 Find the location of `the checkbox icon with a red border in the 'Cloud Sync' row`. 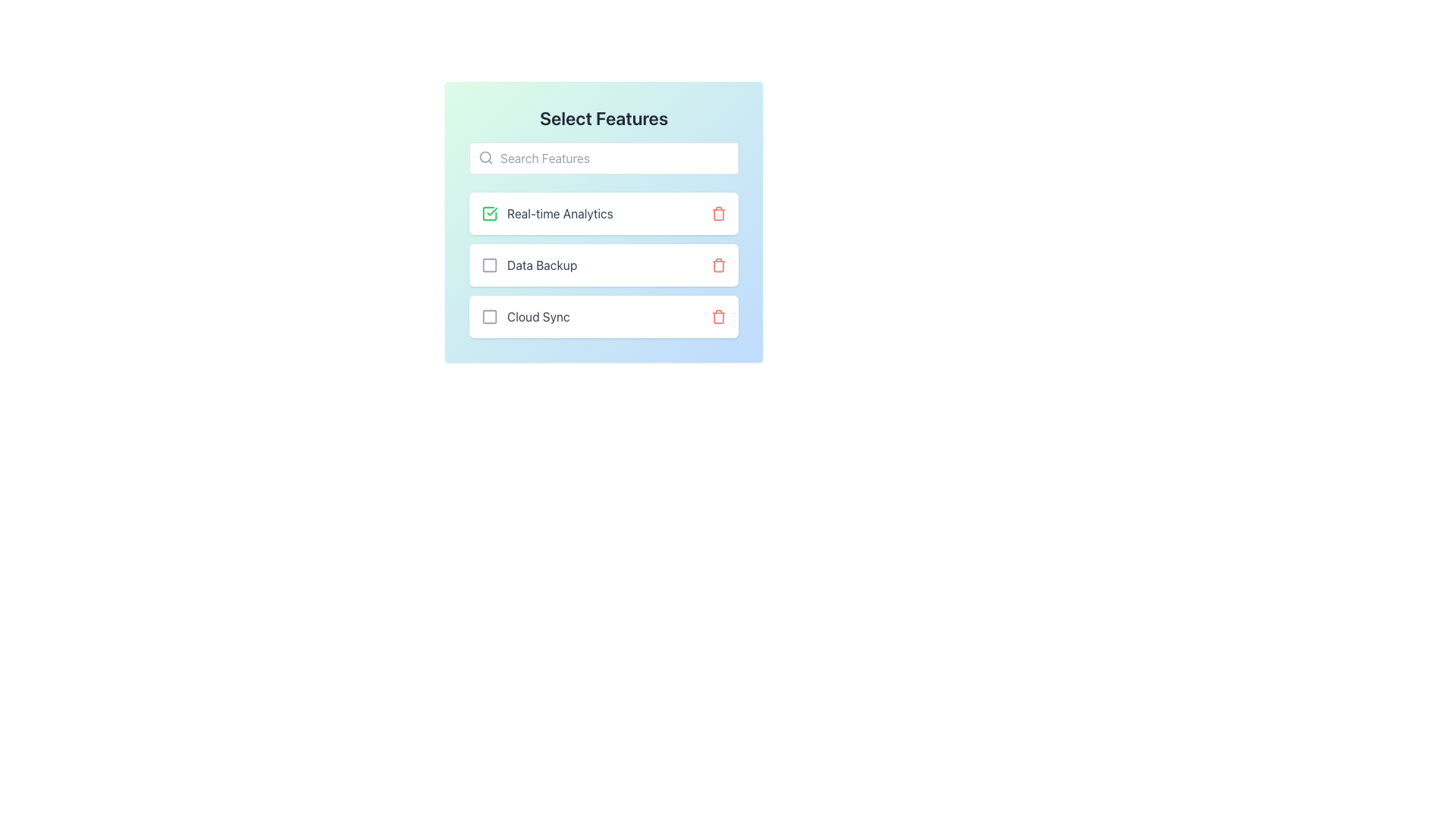

the checkbox icon with a red border in the 'Cloud Sync' row is located at coordinates (490, 315).